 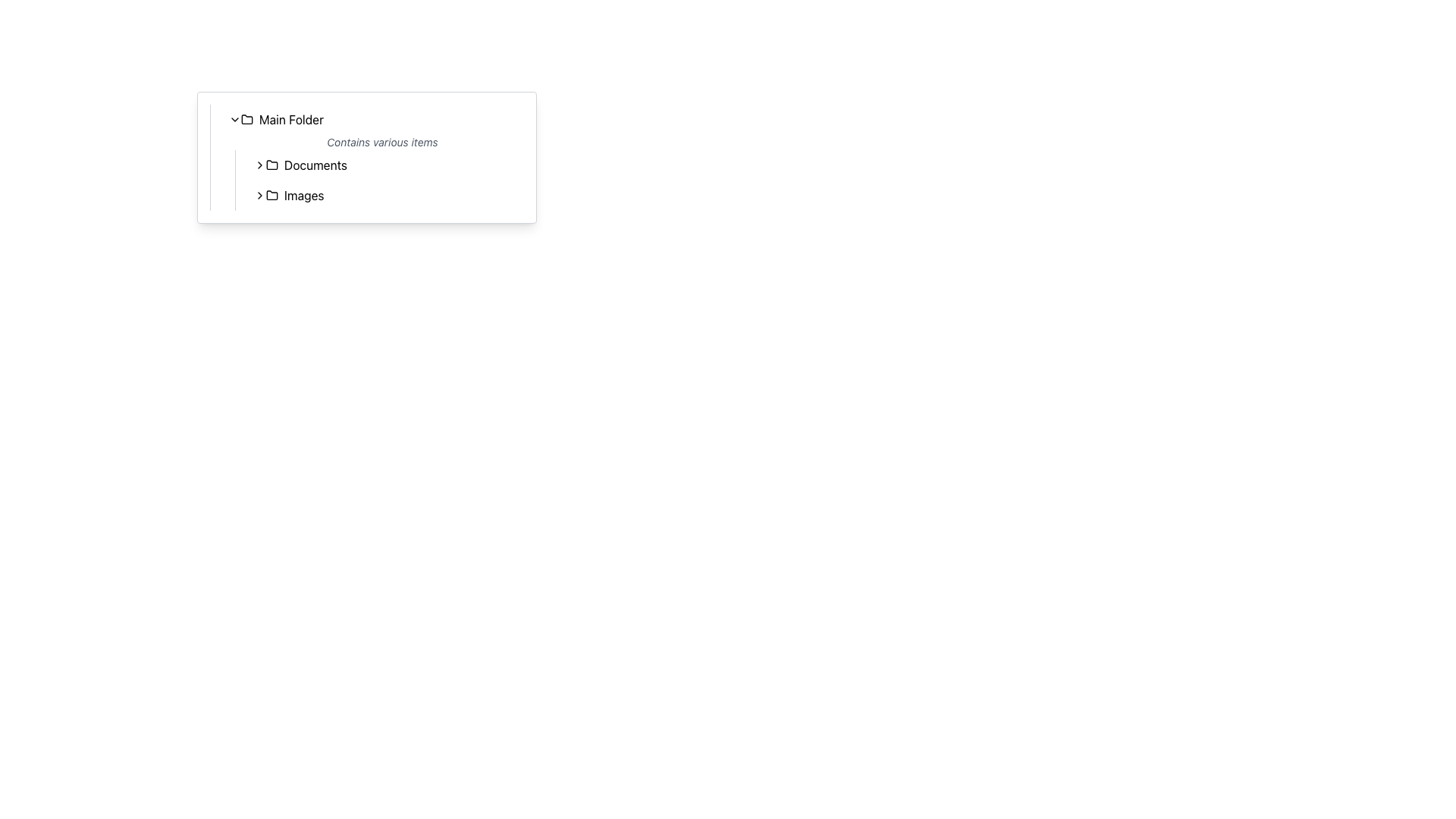 What do you see at coordinates (315, 165) in the screenshot?
I see `the 'Documents' text label, which is styled with a sans-serif font and positioned directly to the right of a folder icon in a list layout` at bounding box center [315, 165].